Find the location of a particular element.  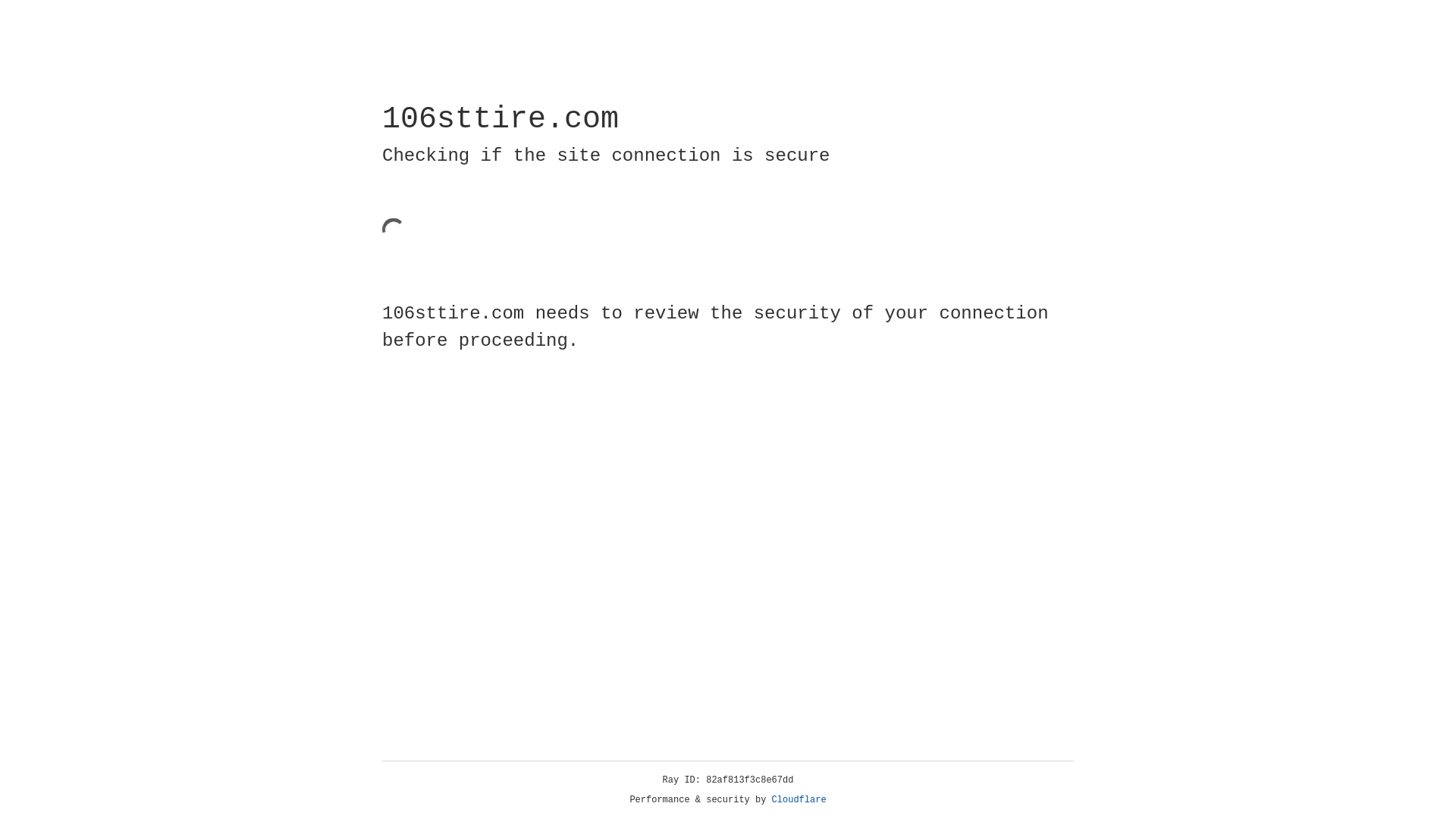

'Cloudflare' is located at coordinates (799, 799).